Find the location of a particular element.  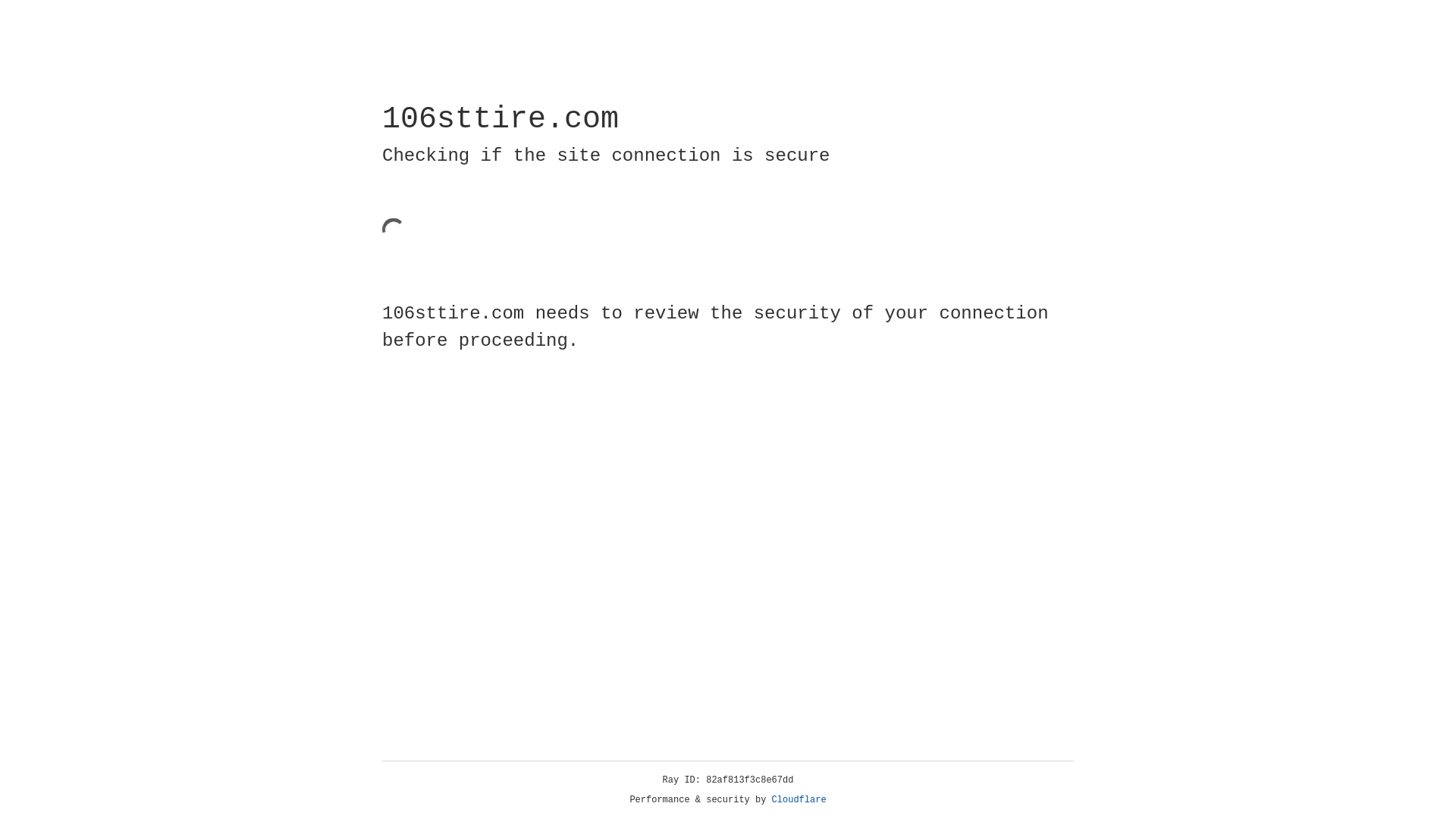

'Cloudflare' is located at coordinates (799, 799).